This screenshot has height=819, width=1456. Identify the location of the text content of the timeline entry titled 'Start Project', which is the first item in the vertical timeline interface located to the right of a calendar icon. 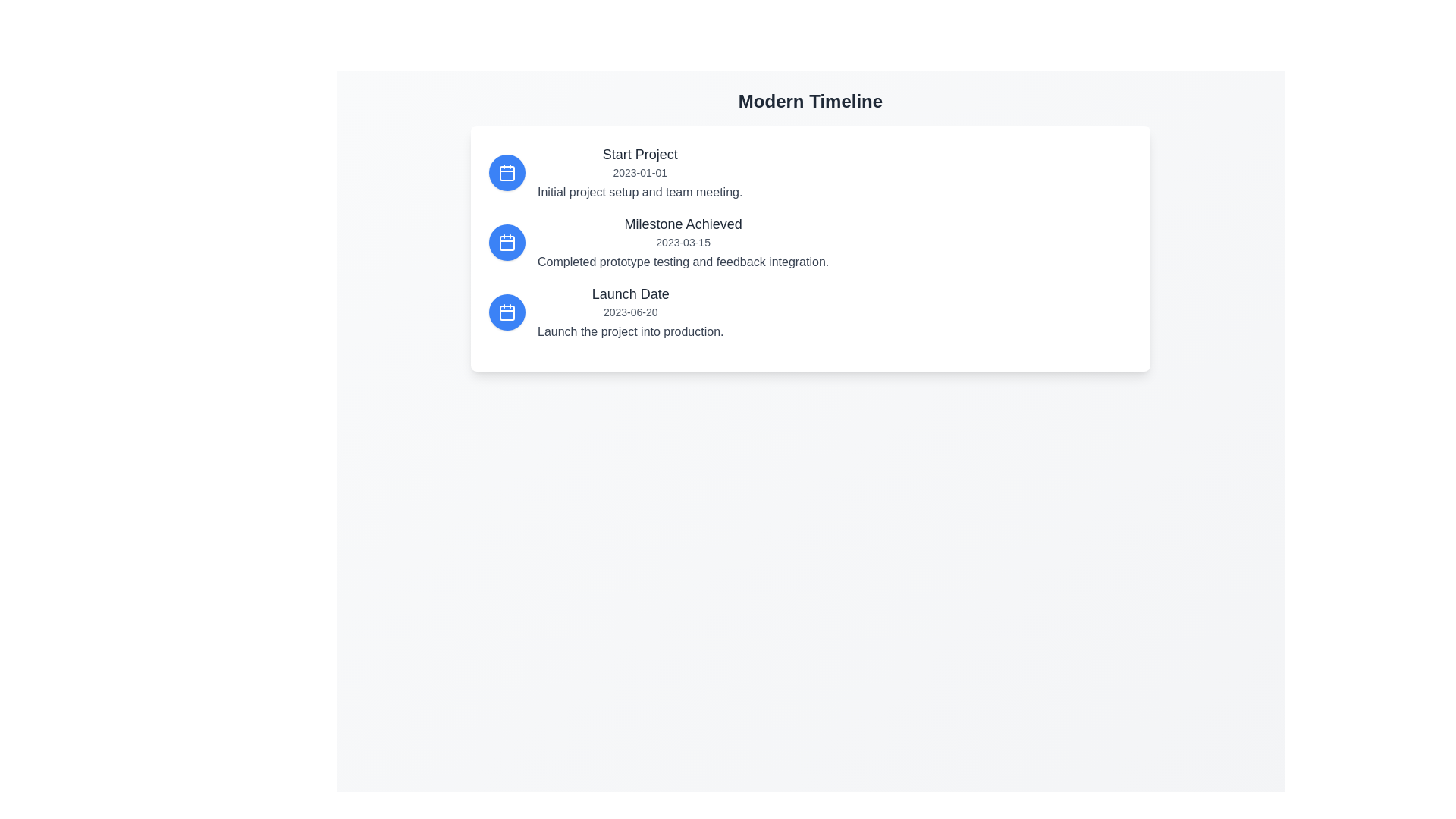
(640, 171).